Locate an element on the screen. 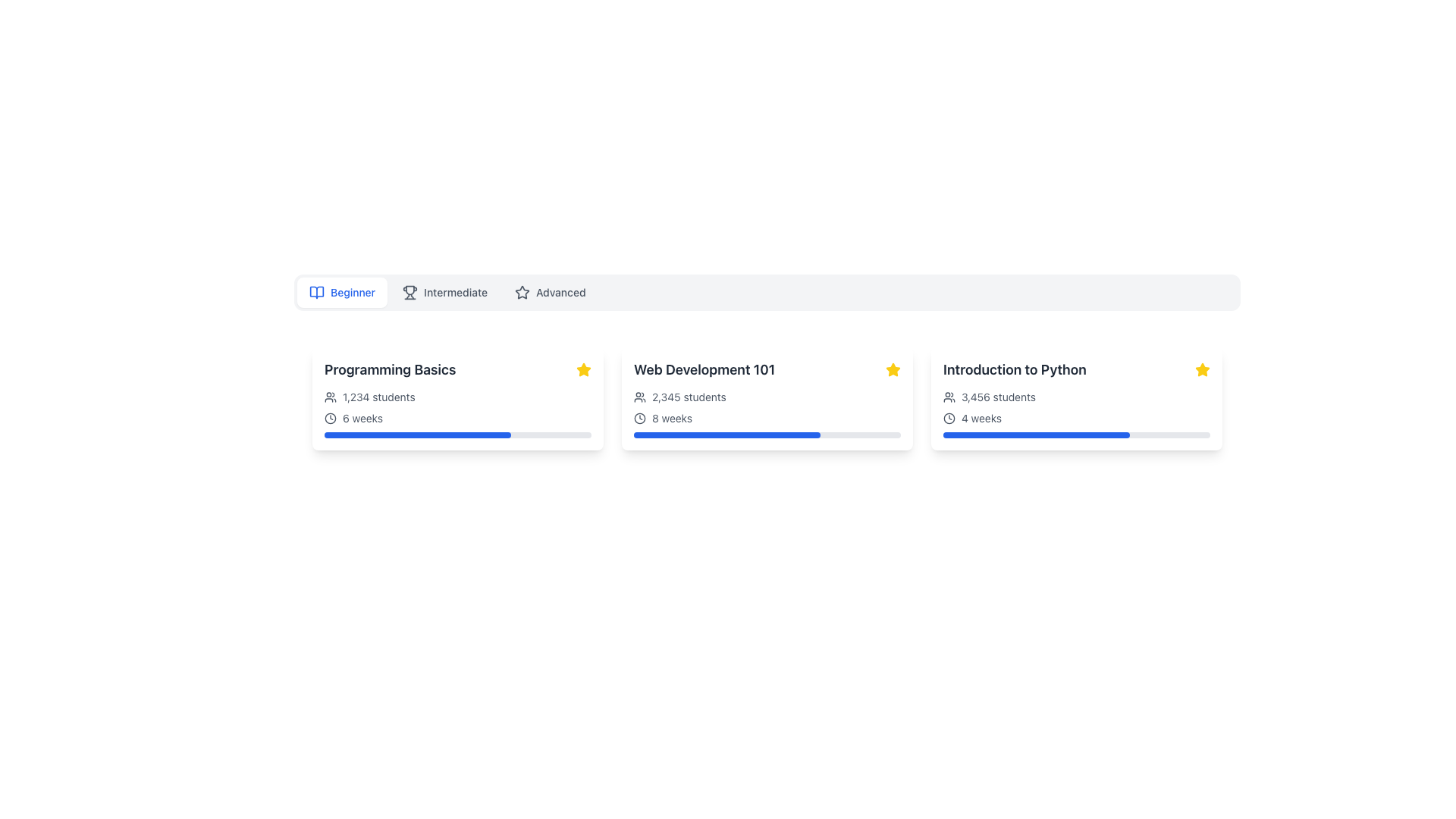 The width and height of the screenshot is (1456, 819). the text label 'Intermediate' which is displayed in a medium-weight gray font and is positioned centrally between 'Beginner' and 'Advanced' is located at coordinates (455, 292).